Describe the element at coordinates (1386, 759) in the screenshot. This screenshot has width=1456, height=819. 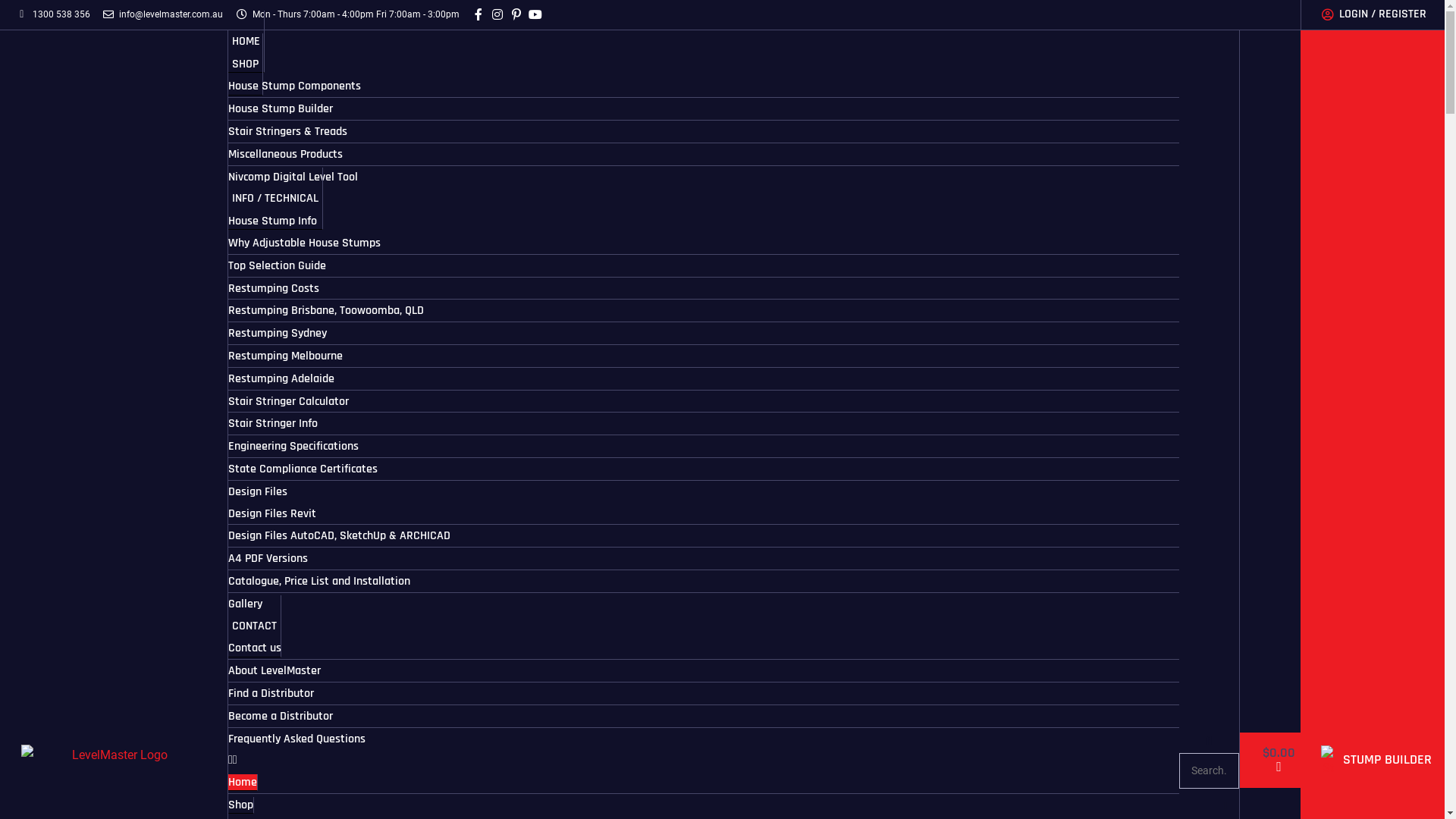
I see `'STUMP BUILDER'` at that location.